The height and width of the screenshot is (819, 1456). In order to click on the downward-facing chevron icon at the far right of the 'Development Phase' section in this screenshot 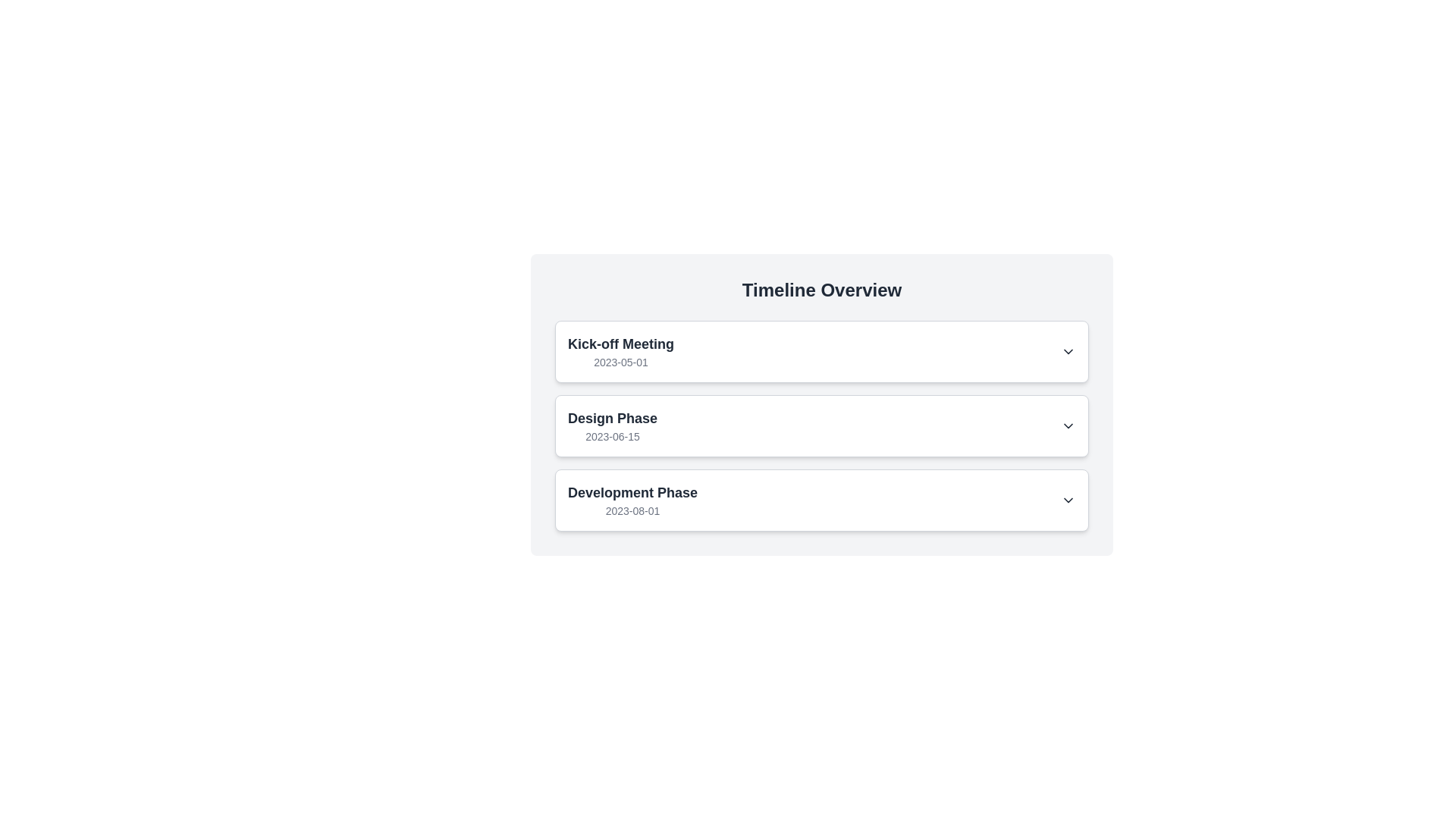, I will do `click(1068, 500)`.